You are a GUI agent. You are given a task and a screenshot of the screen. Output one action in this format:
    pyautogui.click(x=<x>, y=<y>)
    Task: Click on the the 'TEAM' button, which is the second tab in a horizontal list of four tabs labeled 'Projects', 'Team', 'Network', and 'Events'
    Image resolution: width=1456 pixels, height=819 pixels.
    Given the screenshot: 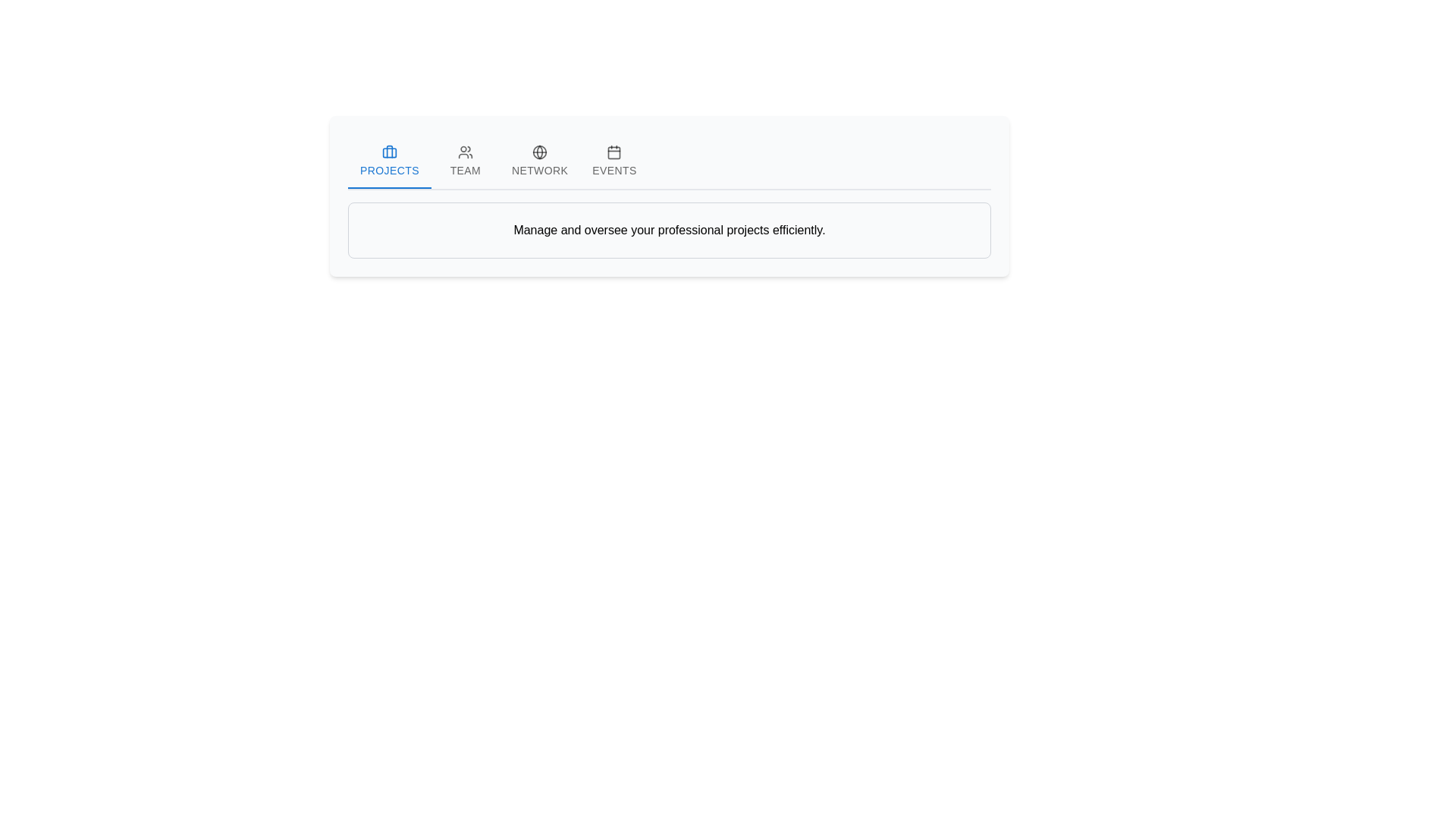 What is the action you would take?
    pyautogui.click(x=464, y=161)
    